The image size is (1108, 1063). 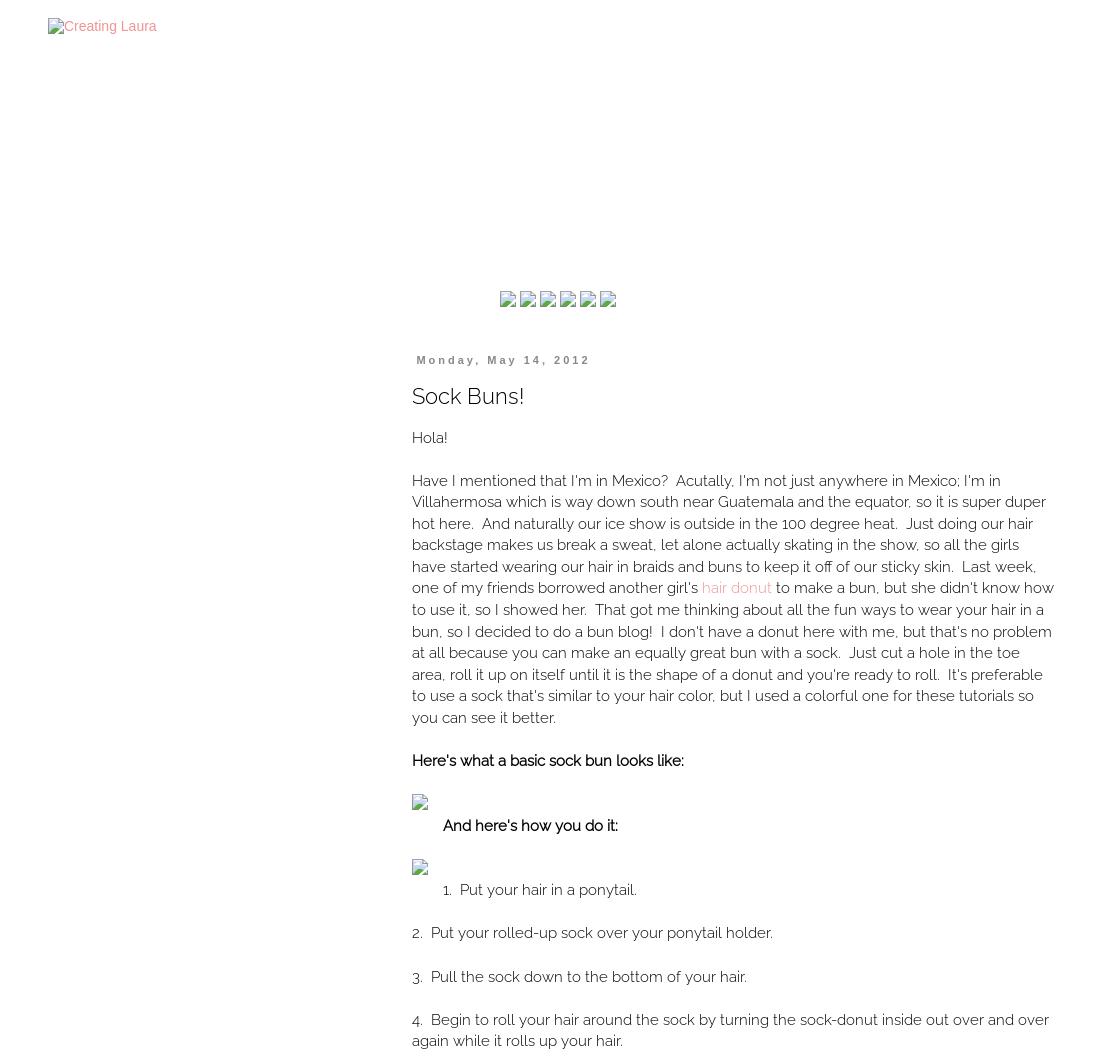 I want to click on 'Here's what a basic sock bun looks like:', so click(x=547, y=759).